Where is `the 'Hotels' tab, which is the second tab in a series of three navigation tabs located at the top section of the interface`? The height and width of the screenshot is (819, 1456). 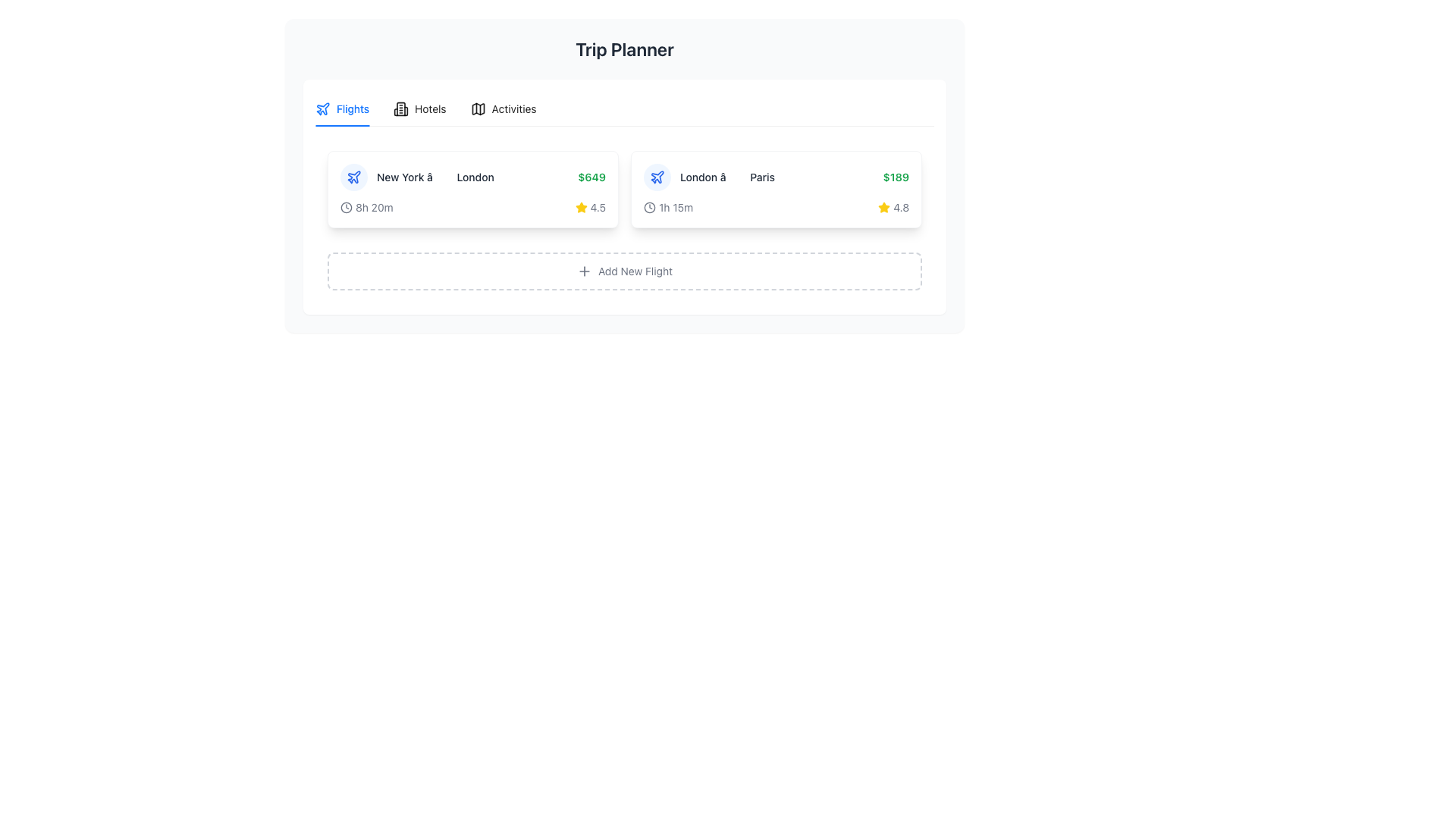
the 'Hotels' tab, which is the second tab in a series of three navigation tabs located at the top section of the interface is located at coordinates (419, 108).